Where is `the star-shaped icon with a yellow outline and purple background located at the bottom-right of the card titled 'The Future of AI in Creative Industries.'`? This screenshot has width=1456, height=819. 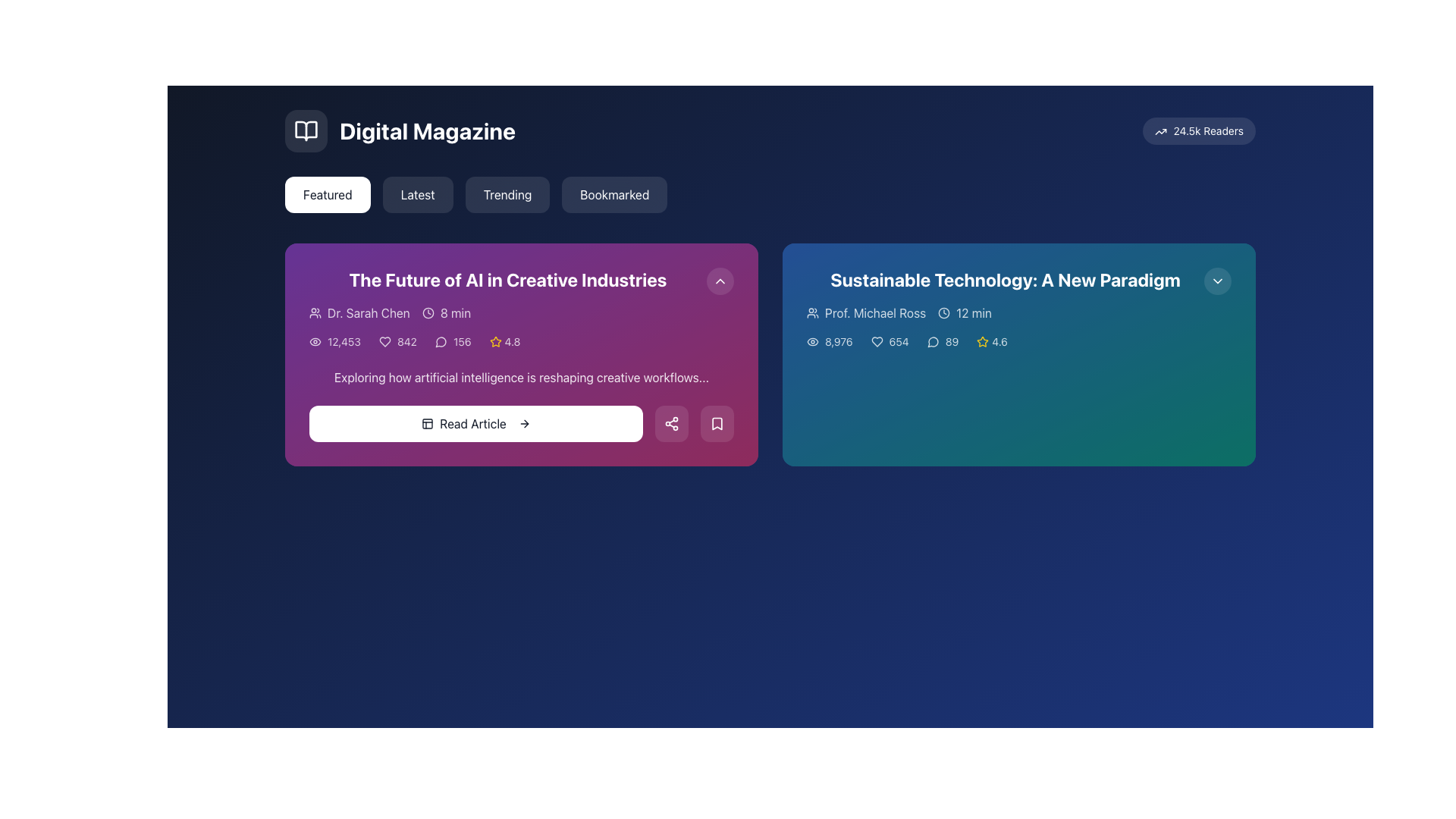 the star-shaped icon with a yellow outline and purple background located at the bottom-right of the card titled 'The Future of AI in Creative Industries.' is located at coordinates (495, 342).